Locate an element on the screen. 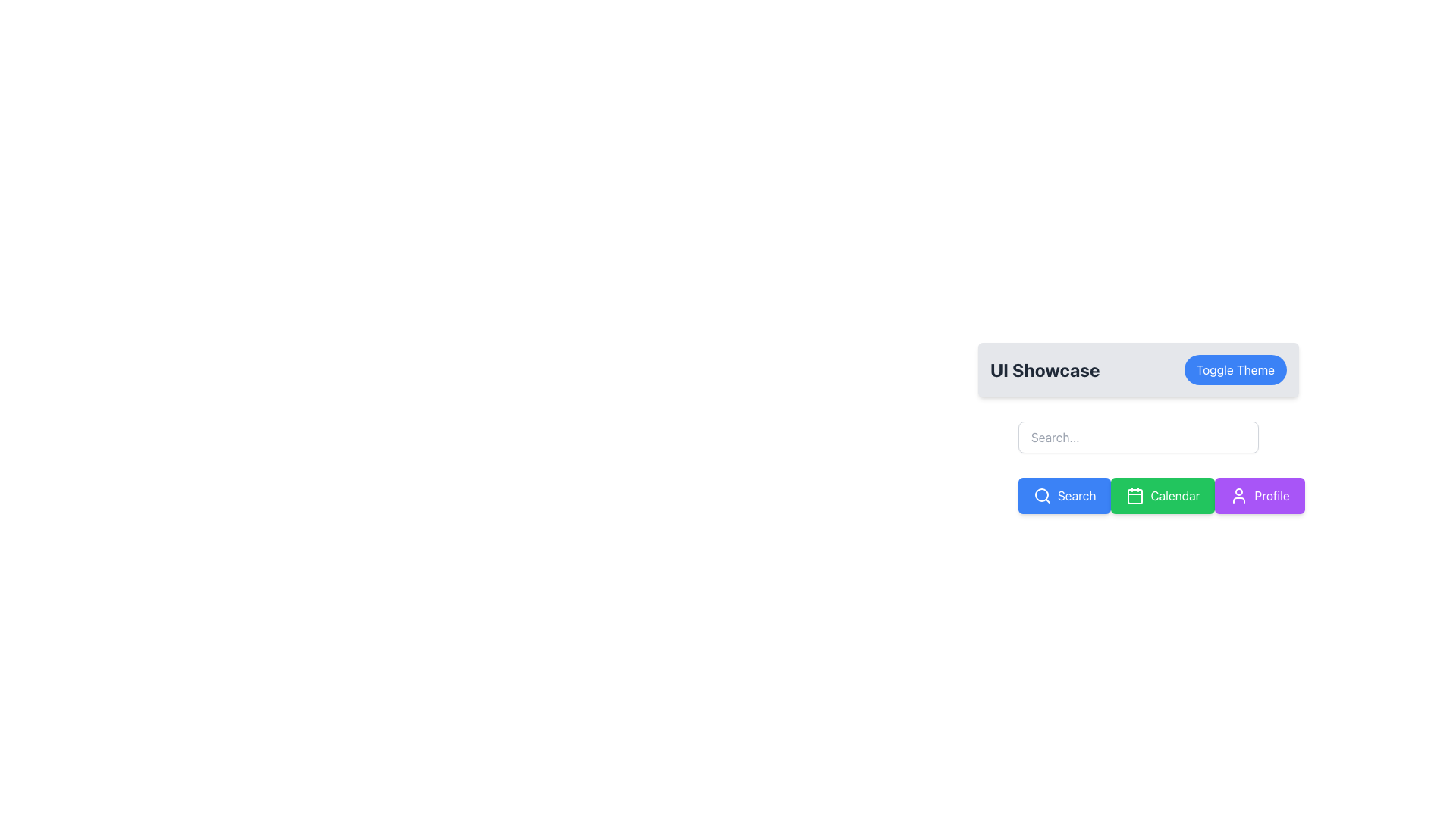 The height and width of the screenshot is (819, 1456). the green rectangular 'Calendar' button with a white calendar icon and text is located at coordinates (1138, 496).